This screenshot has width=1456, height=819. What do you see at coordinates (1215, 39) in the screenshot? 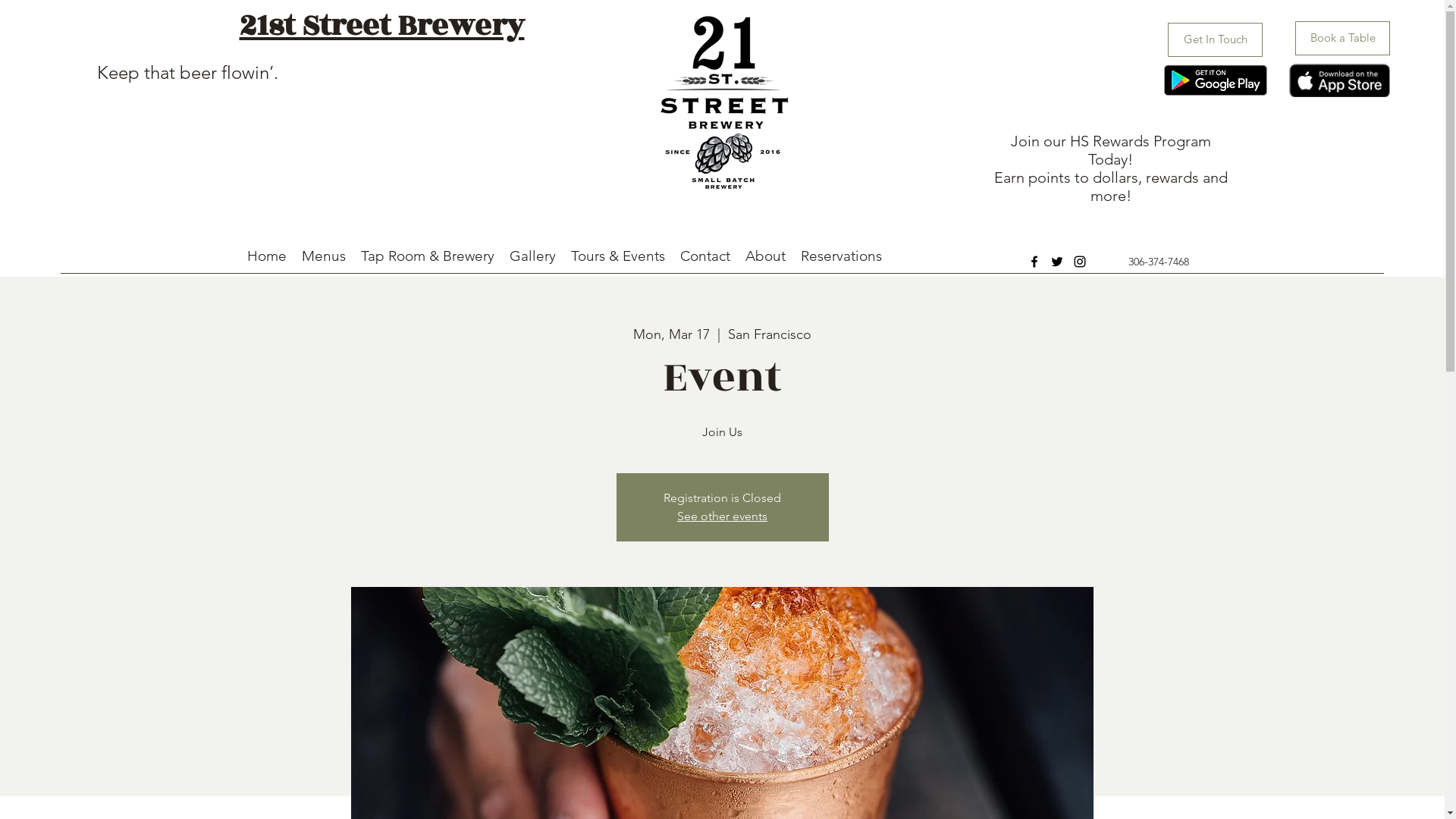
I see `'Get In Touch'` at bounding box center [1215, 39].